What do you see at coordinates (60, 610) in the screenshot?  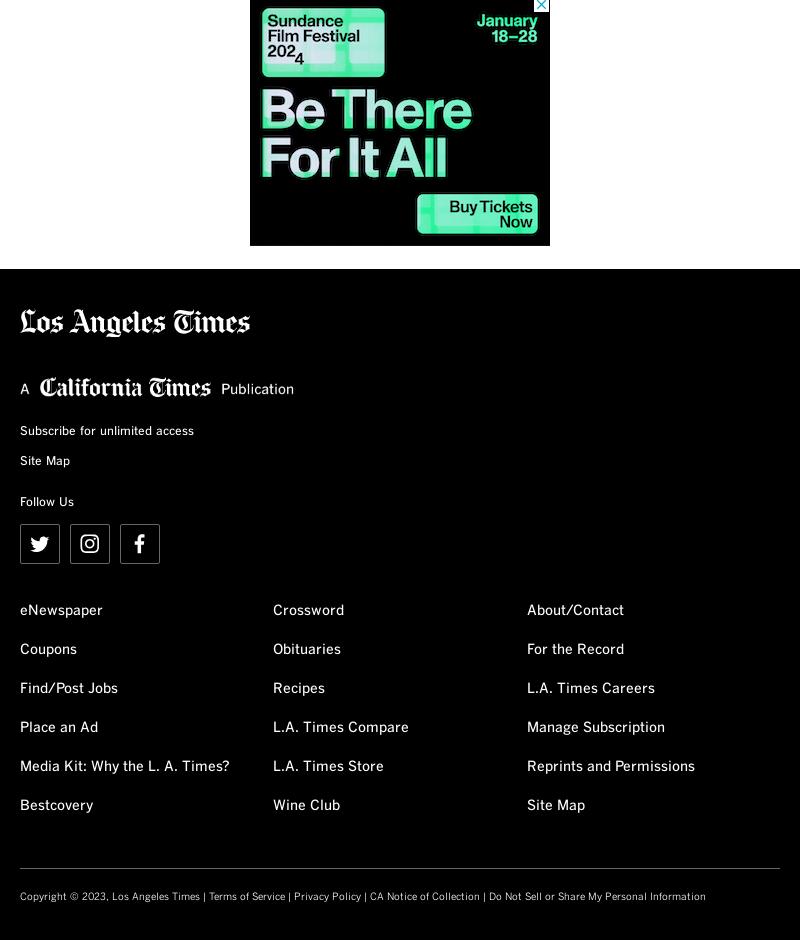 I see `'eNewspaper'` at bounding box center [60, 610].